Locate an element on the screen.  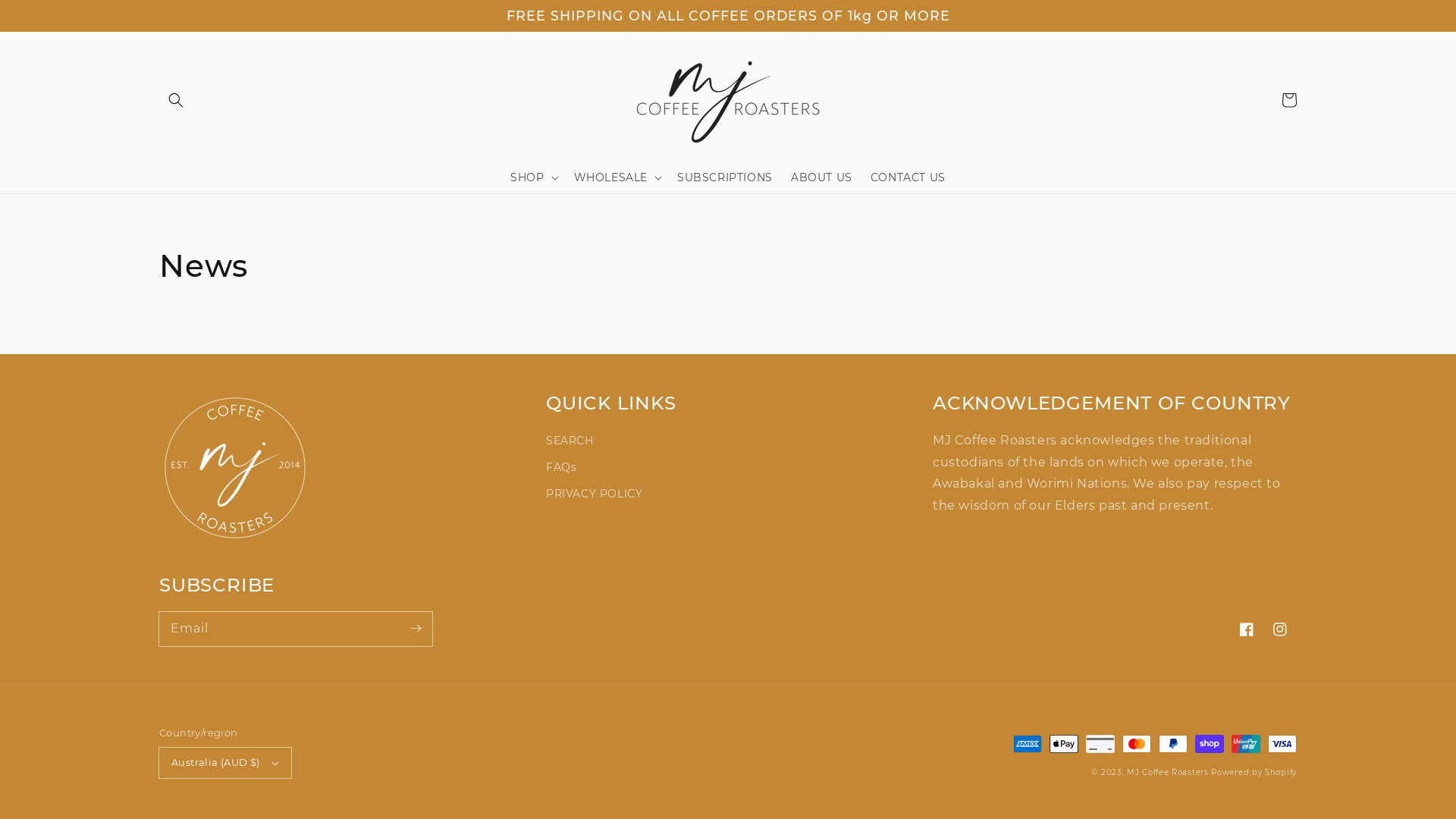
'Cart' is located at coordinates (1288, 99).